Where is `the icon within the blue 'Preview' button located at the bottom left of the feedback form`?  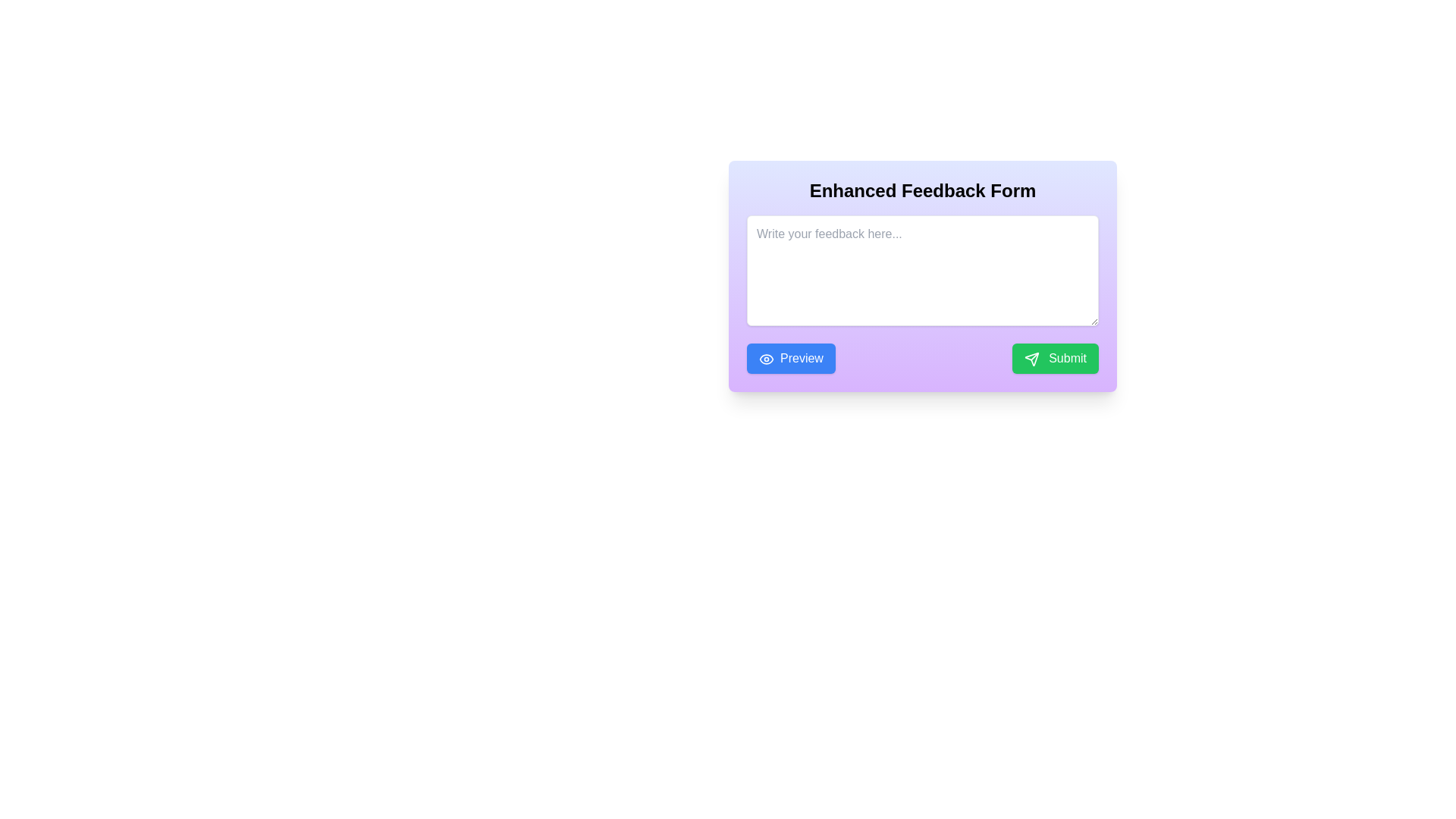 the icon within the blue 'Preview' button located at the bottom left of the feedback form is located at coordinates (767, 359).